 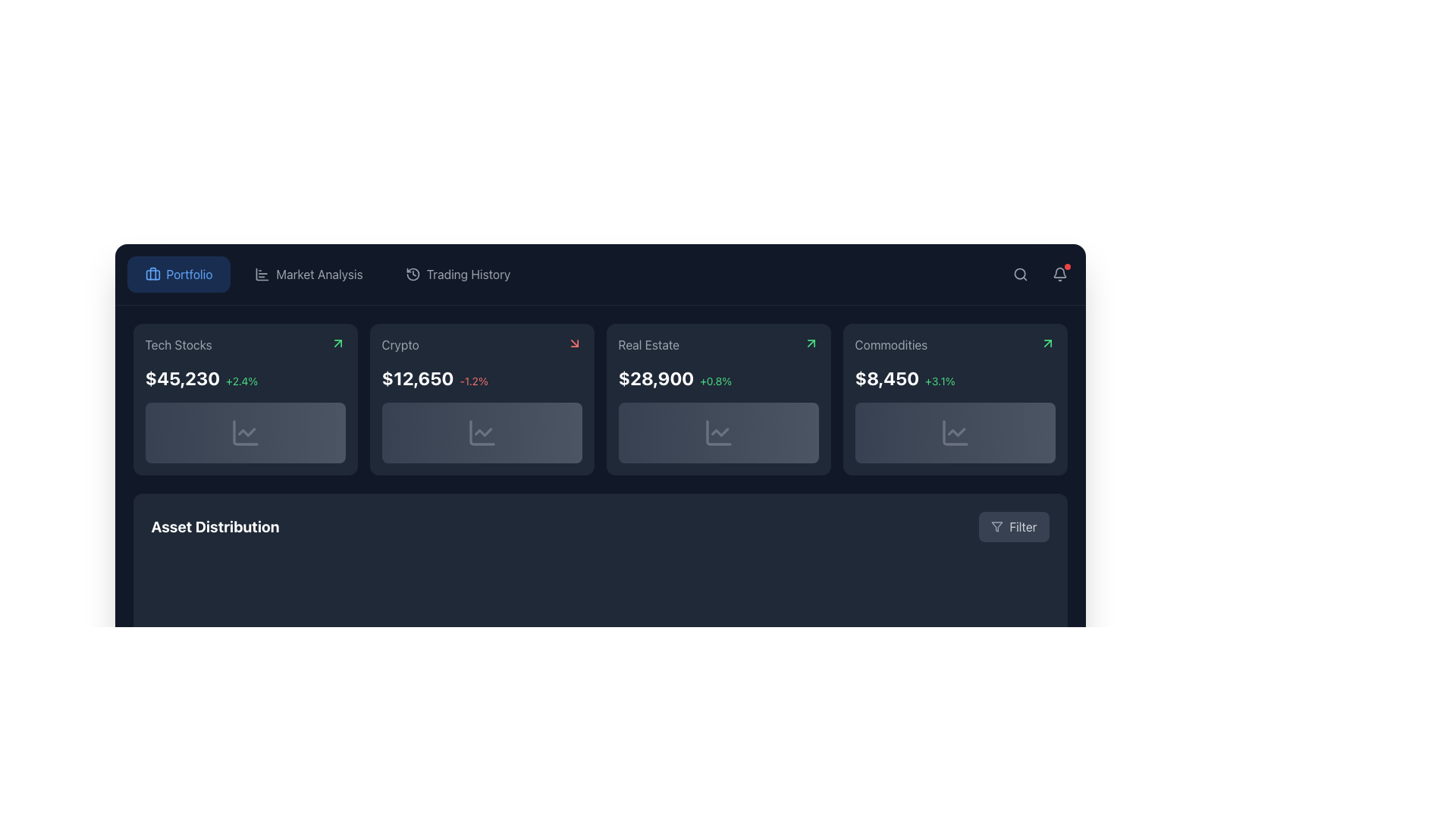 What do you see at coordinates (152, 275) in the screenshot?
I see `the rectangular graphic element within the briefcase icon located in the header navigation` at bounding box center [152, 275].